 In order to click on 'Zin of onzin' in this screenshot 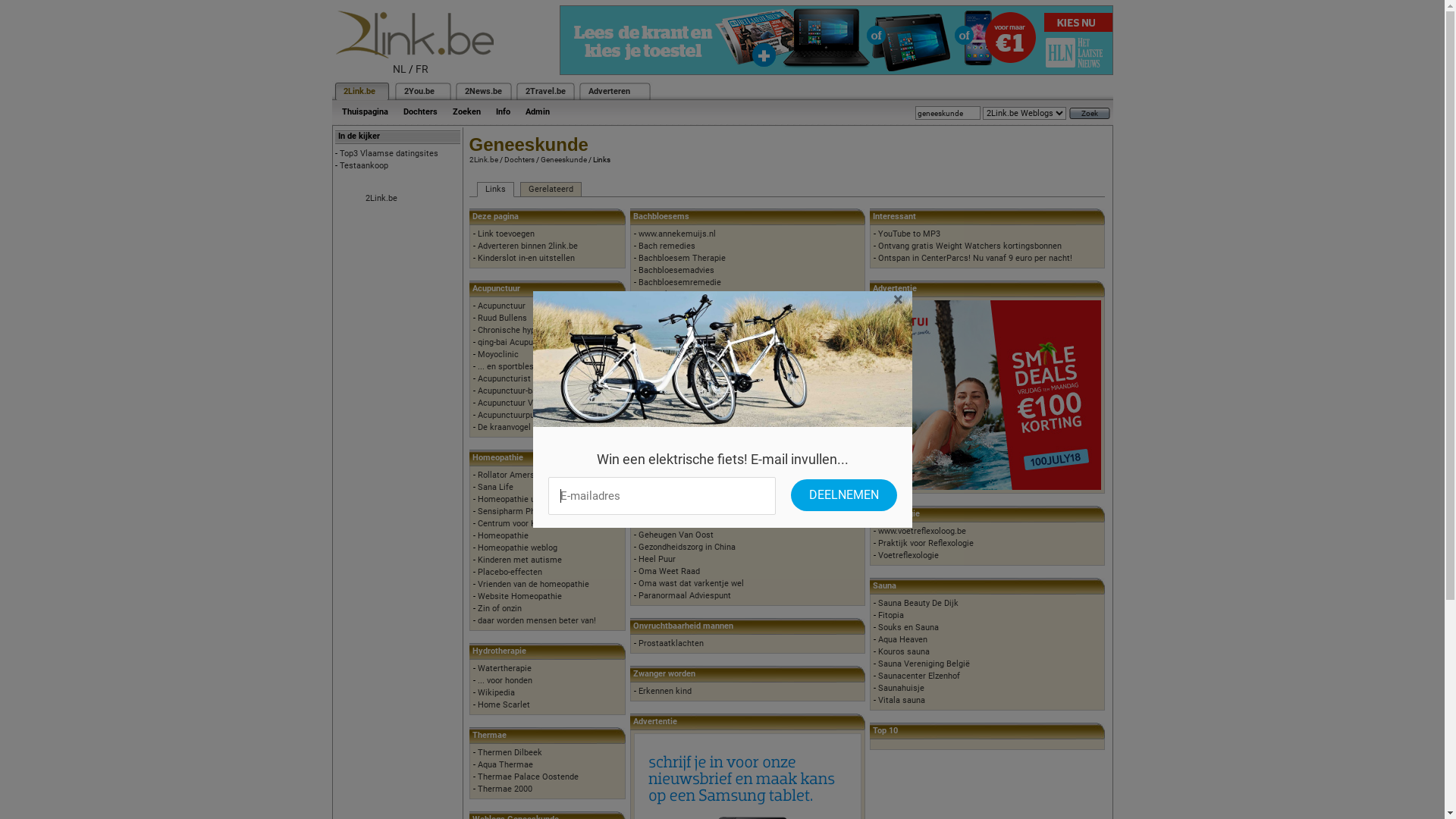, I will do `click(499, 607)`.